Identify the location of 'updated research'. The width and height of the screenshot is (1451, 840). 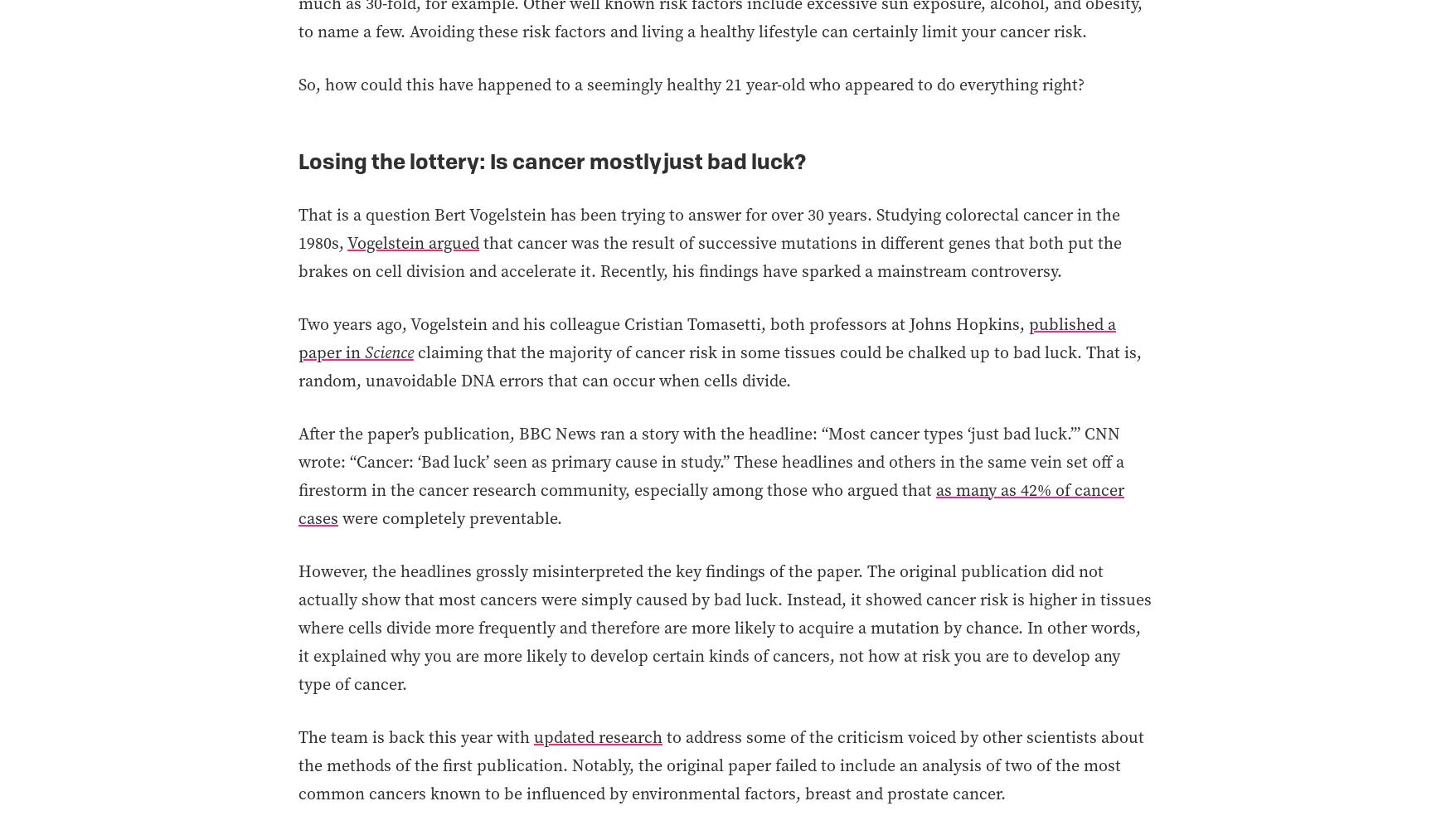
(533, 735).